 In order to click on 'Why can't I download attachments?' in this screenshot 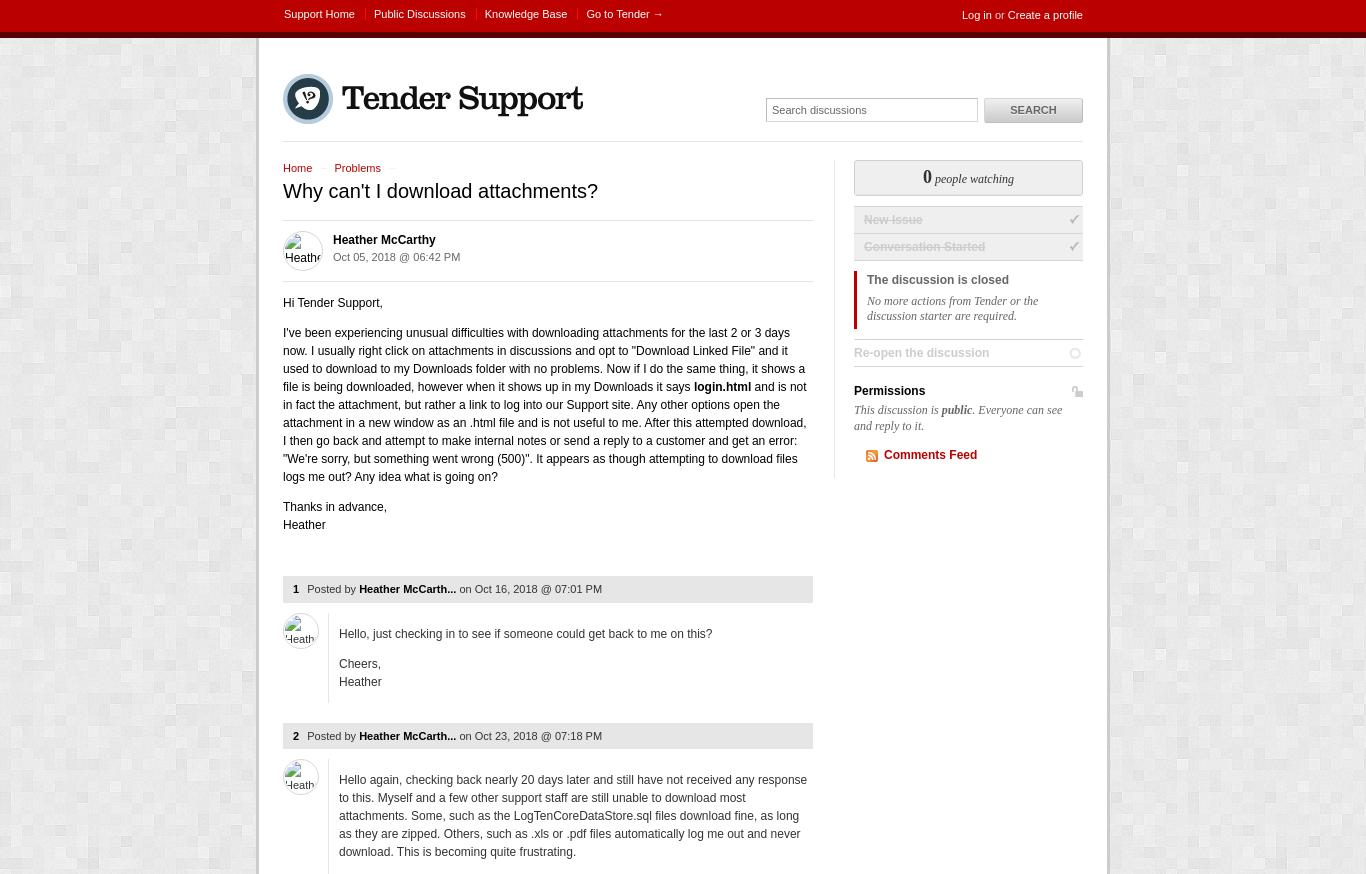, I will do `click(439, 189)`.